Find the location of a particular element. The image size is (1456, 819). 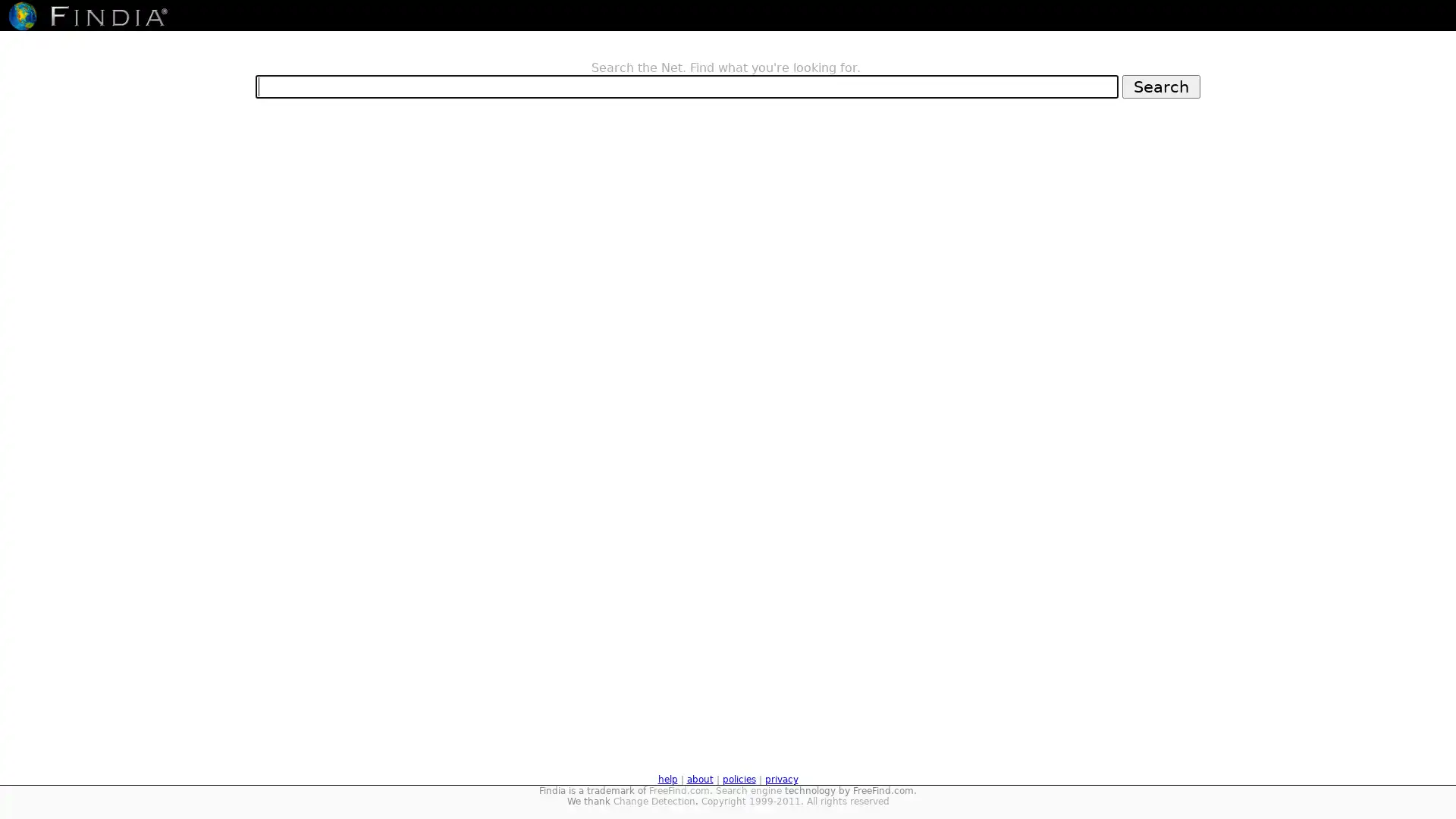

Search is located at coordinates (1160, 86).